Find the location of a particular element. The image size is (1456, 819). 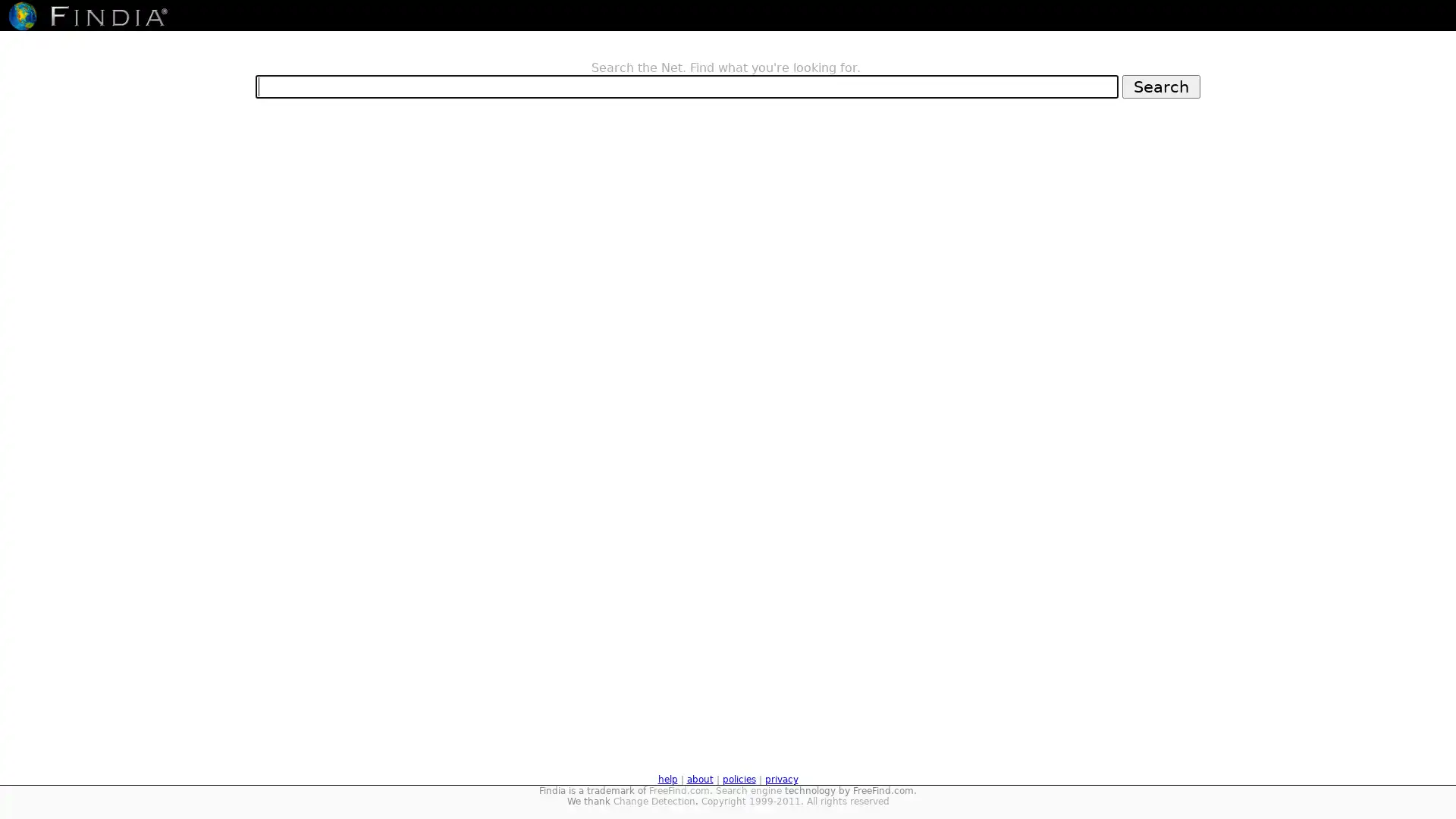

Search is located at coordinates (1160, 86).